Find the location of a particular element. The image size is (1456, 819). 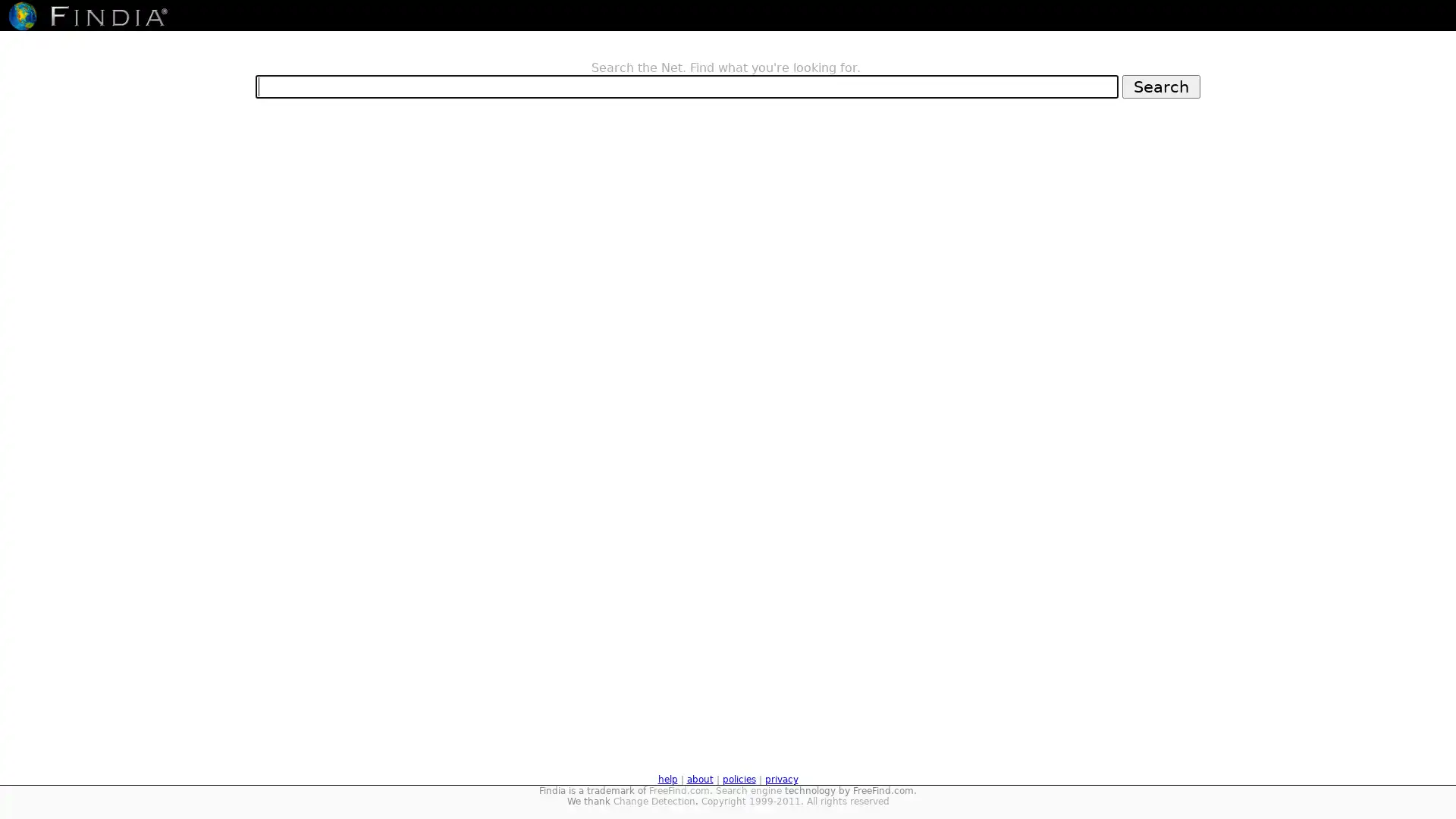

Search is located at coordinates (1160, 86).